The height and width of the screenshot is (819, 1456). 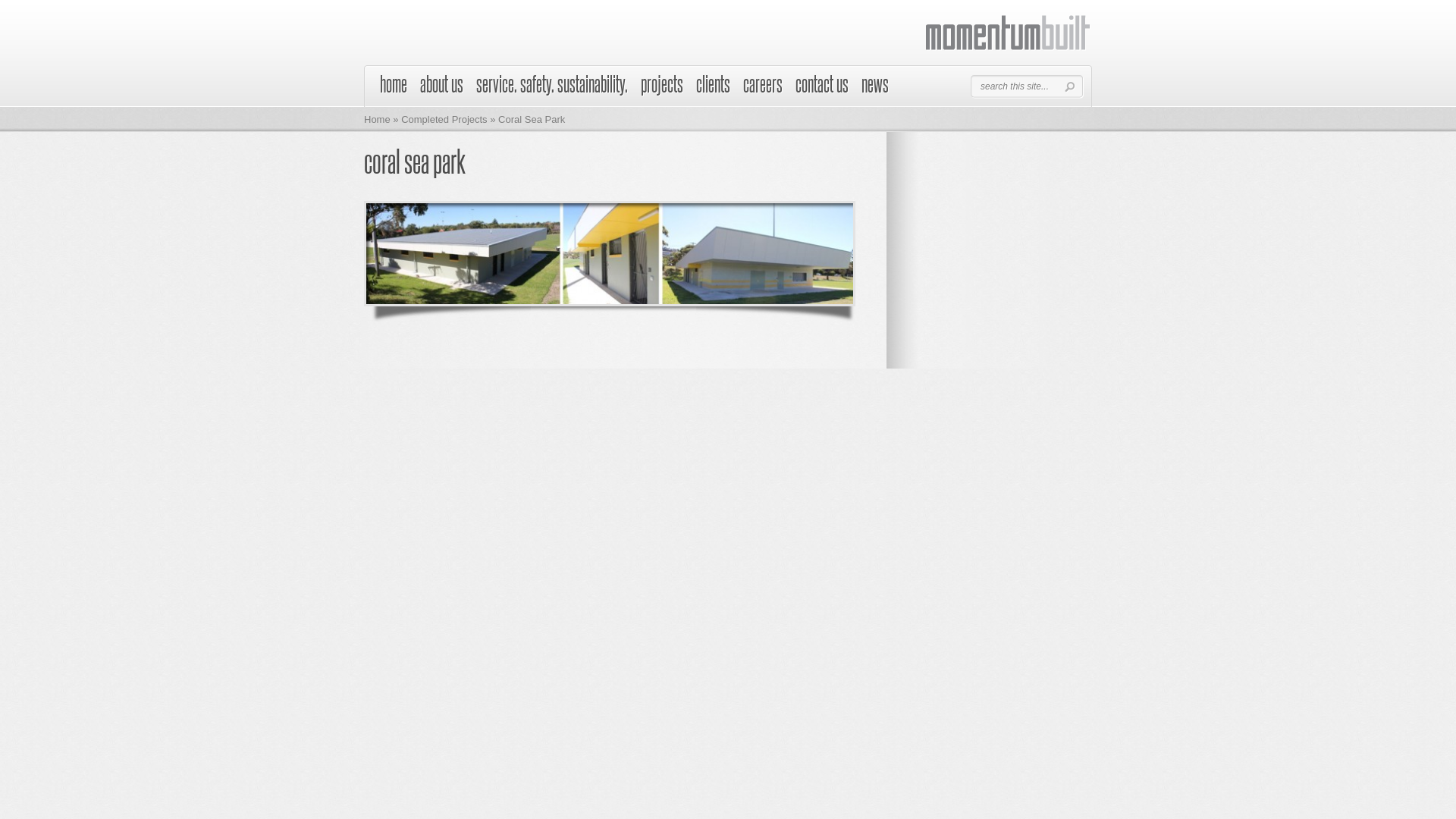 I want to click on 'service. safety. sustainability.', so click(x=551, y=89).